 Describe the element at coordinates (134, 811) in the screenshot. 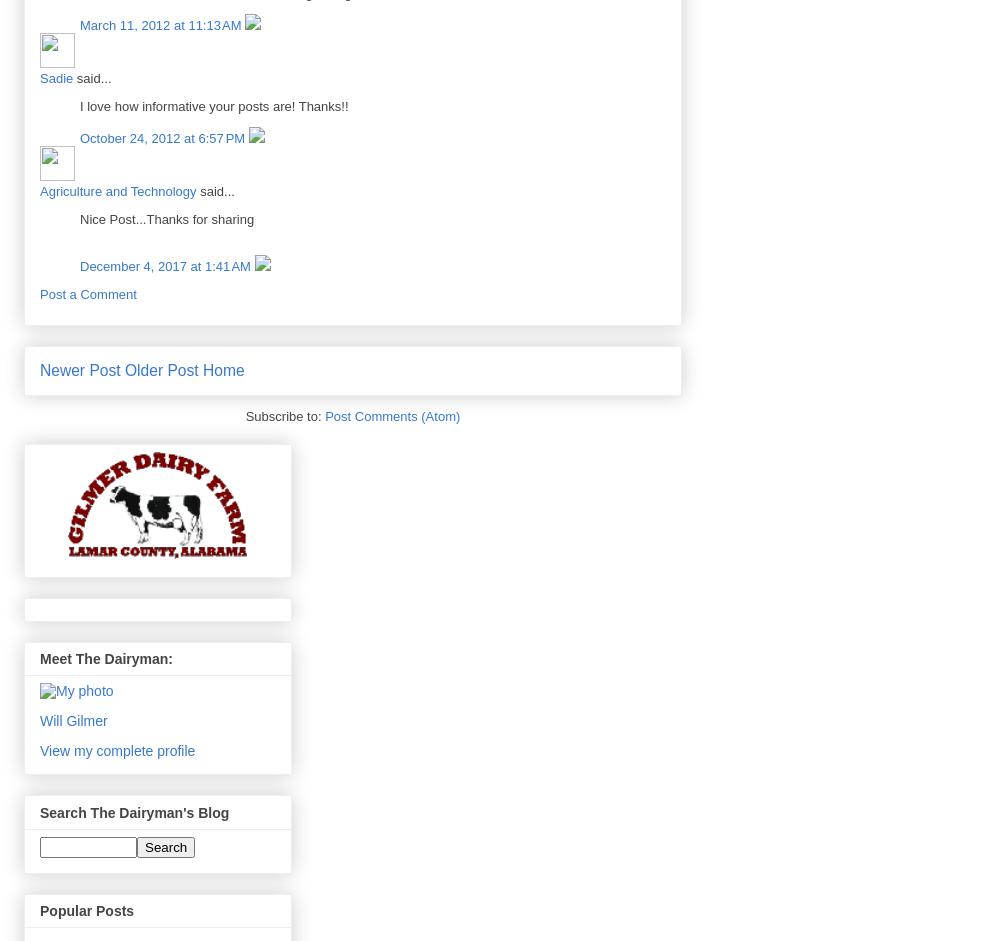

I see `'Search The Dairyman's Blog'` at that location.